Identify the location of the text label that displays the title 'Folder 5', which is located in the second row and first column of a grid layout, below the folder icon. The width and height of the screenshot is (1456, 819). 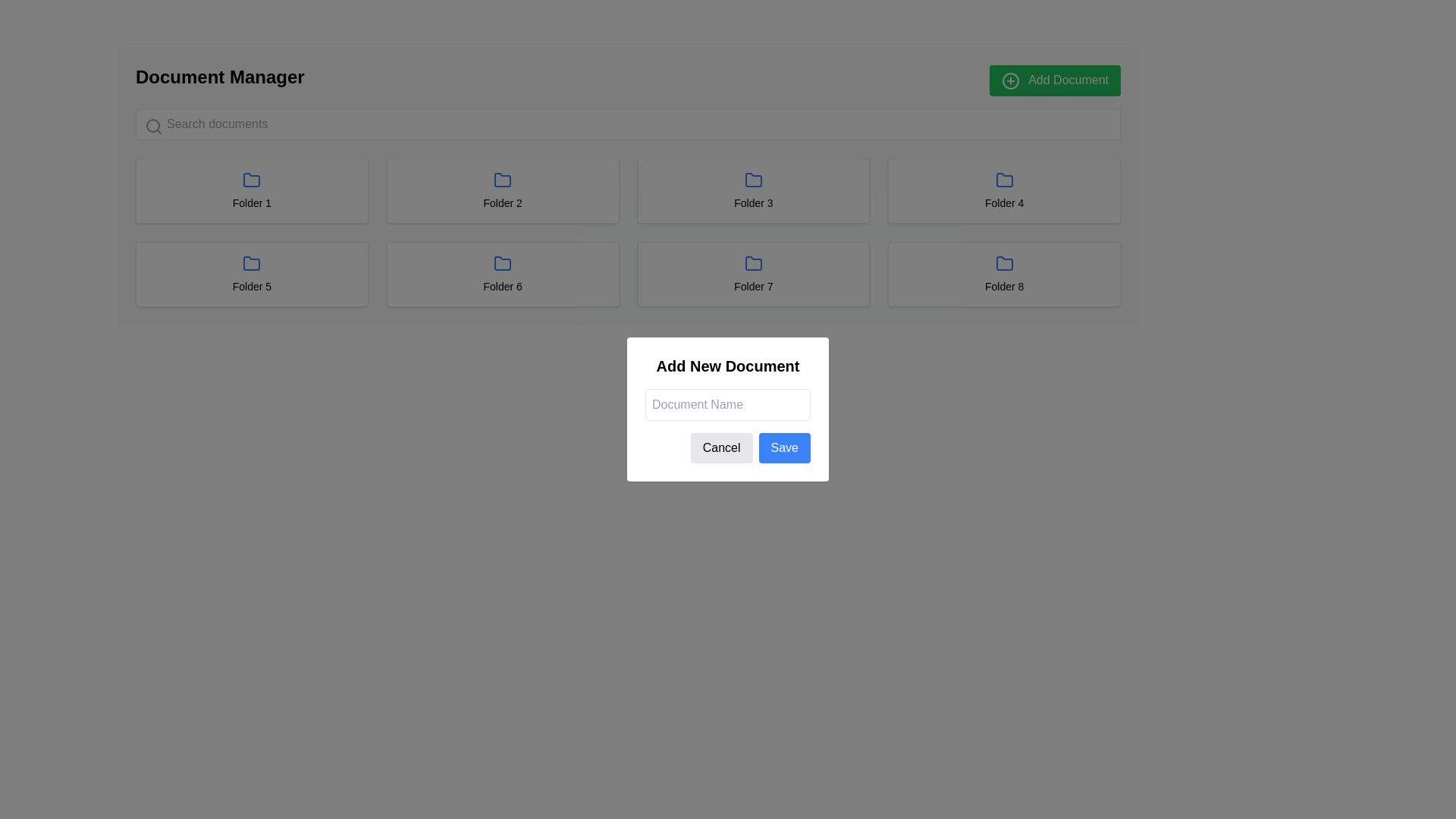
(252, 286).